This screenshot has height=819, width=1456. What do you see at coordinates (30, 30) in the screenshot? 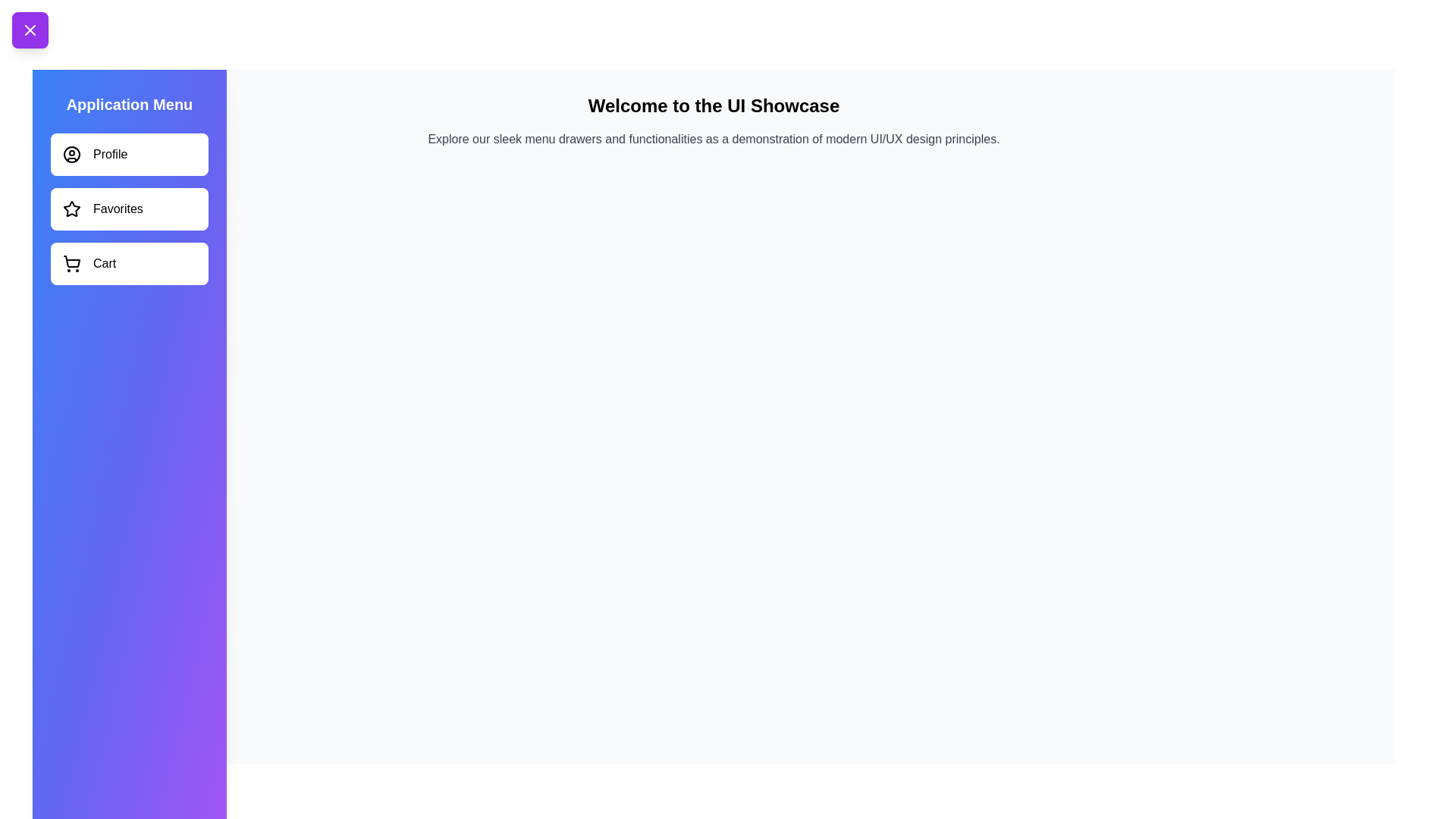
I see `button in the top-left corner to toggle the drawer's visibility` at bounding box center [30, 30].